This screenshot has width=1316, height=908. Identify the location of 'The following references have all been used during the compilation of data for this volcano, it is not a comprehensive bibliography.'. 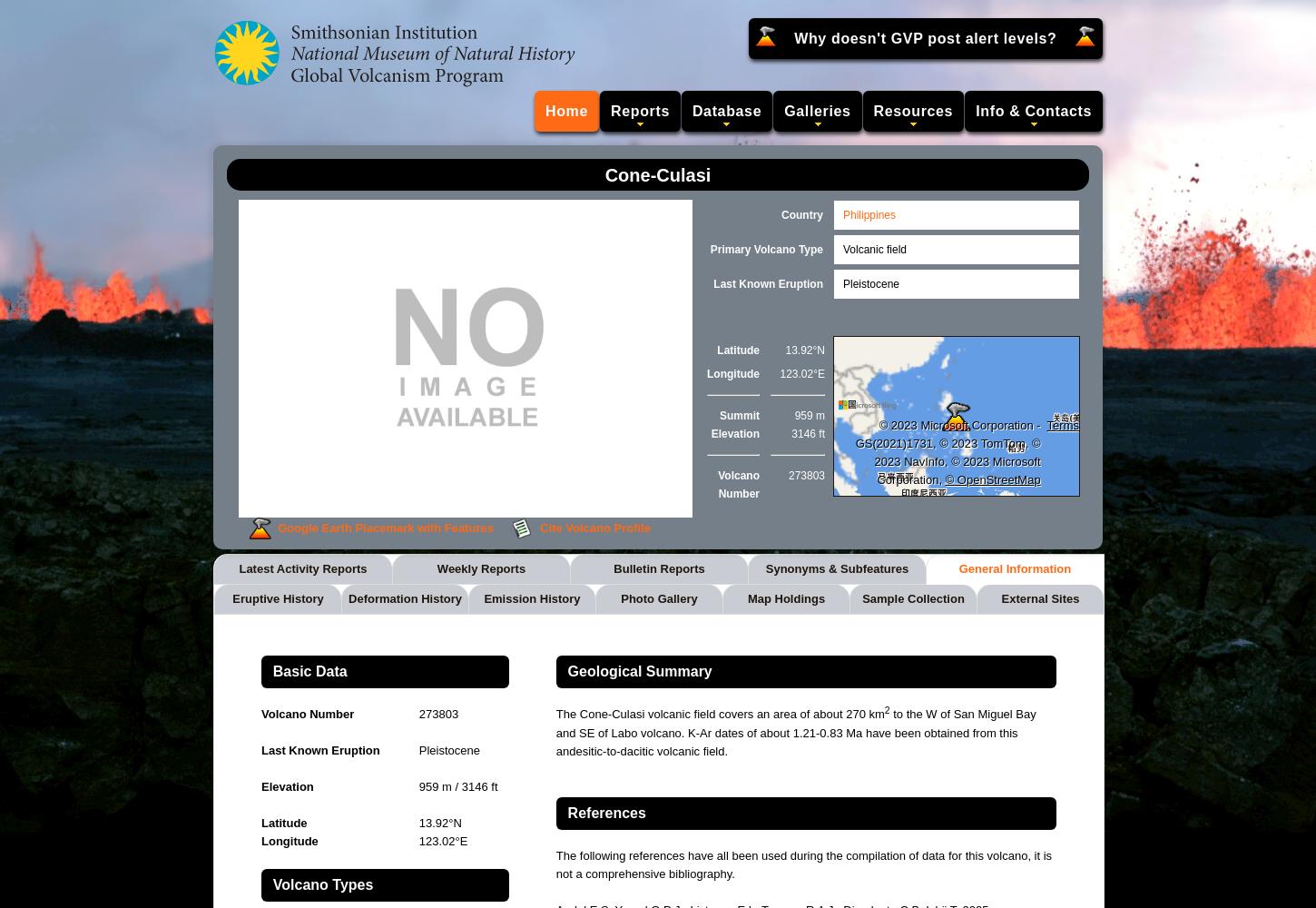
(802, 864).